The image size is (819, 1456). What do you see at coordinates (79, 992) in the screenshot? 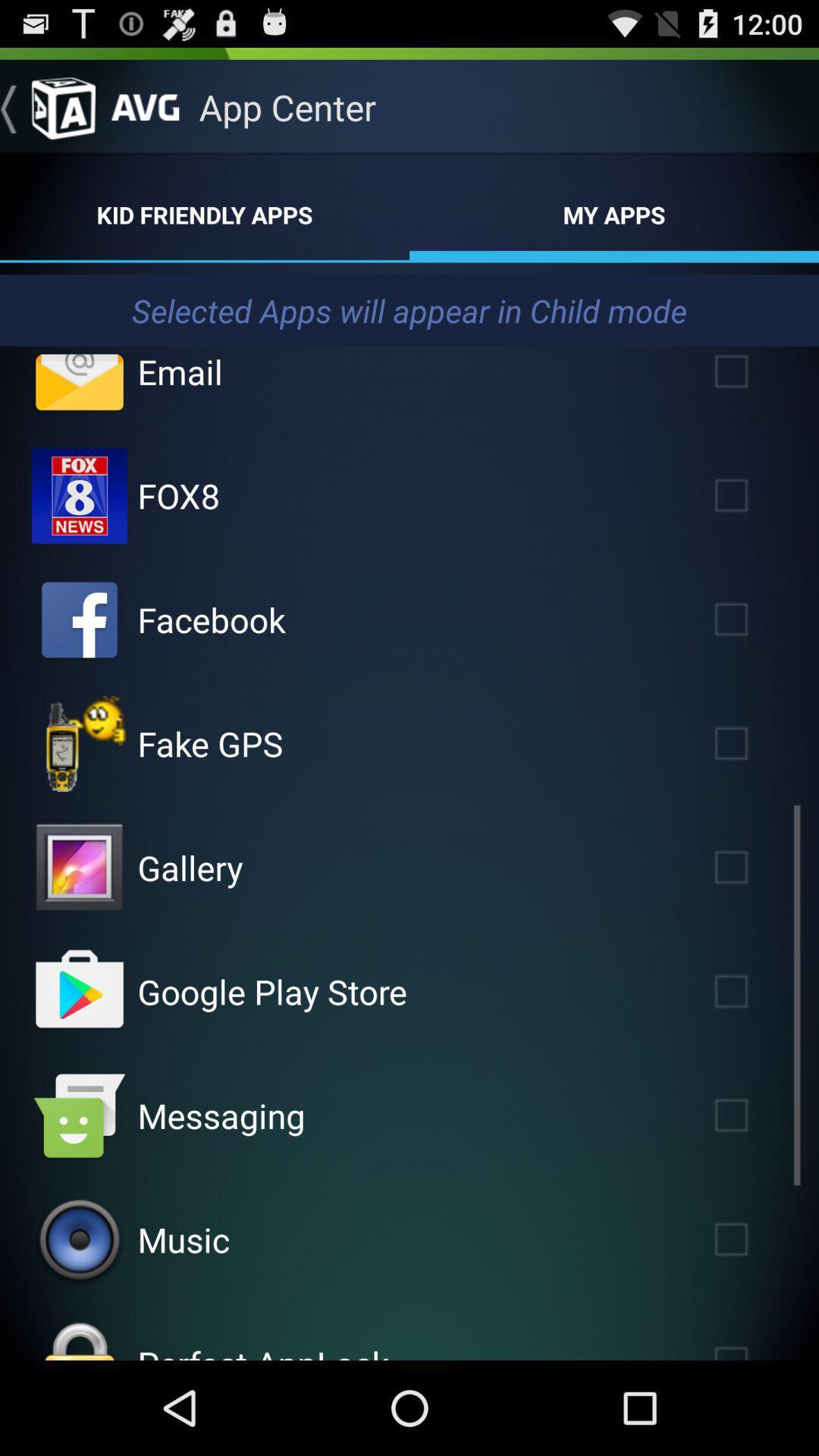
I see `shop at google play store` at bounding box center [79, 992].